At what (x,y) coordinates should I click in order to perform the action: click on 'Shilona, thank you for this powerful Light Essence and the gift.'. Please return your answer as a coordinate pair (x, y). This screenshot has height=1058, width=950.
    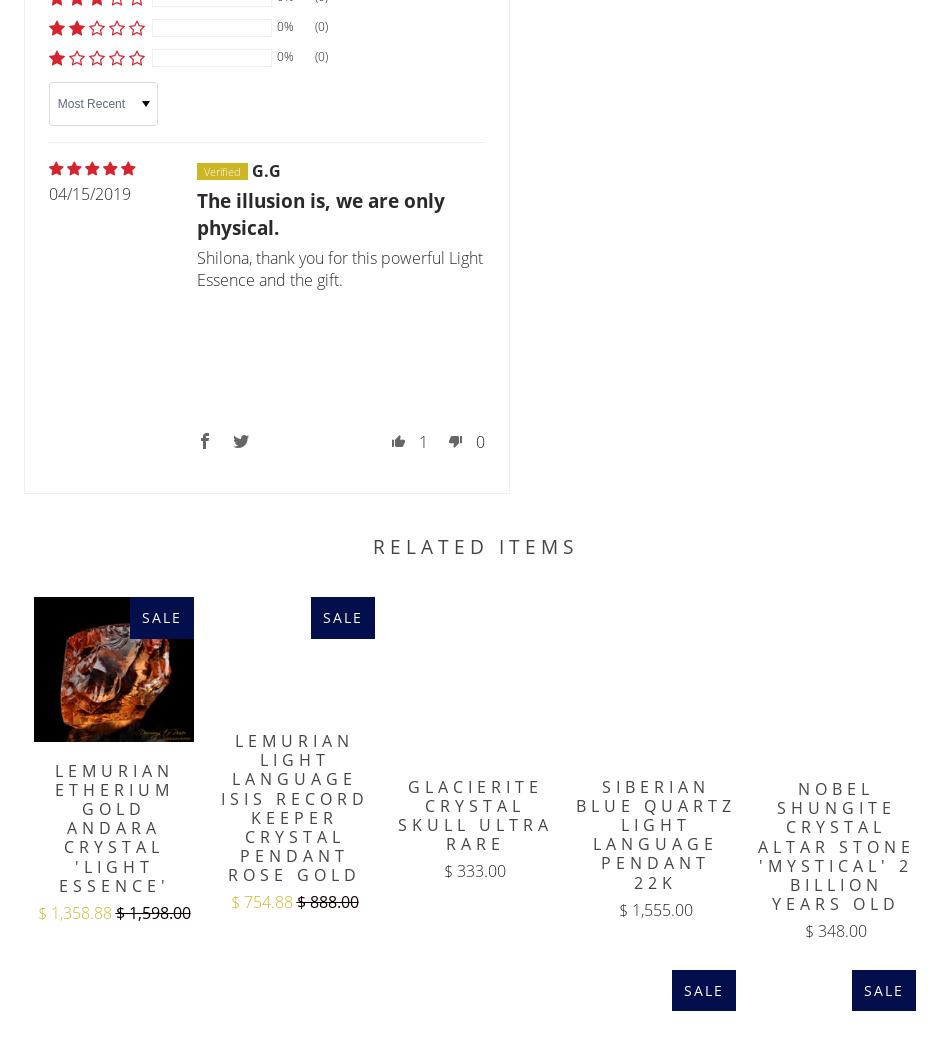
    Looking at the image, I should click on (337, 266).